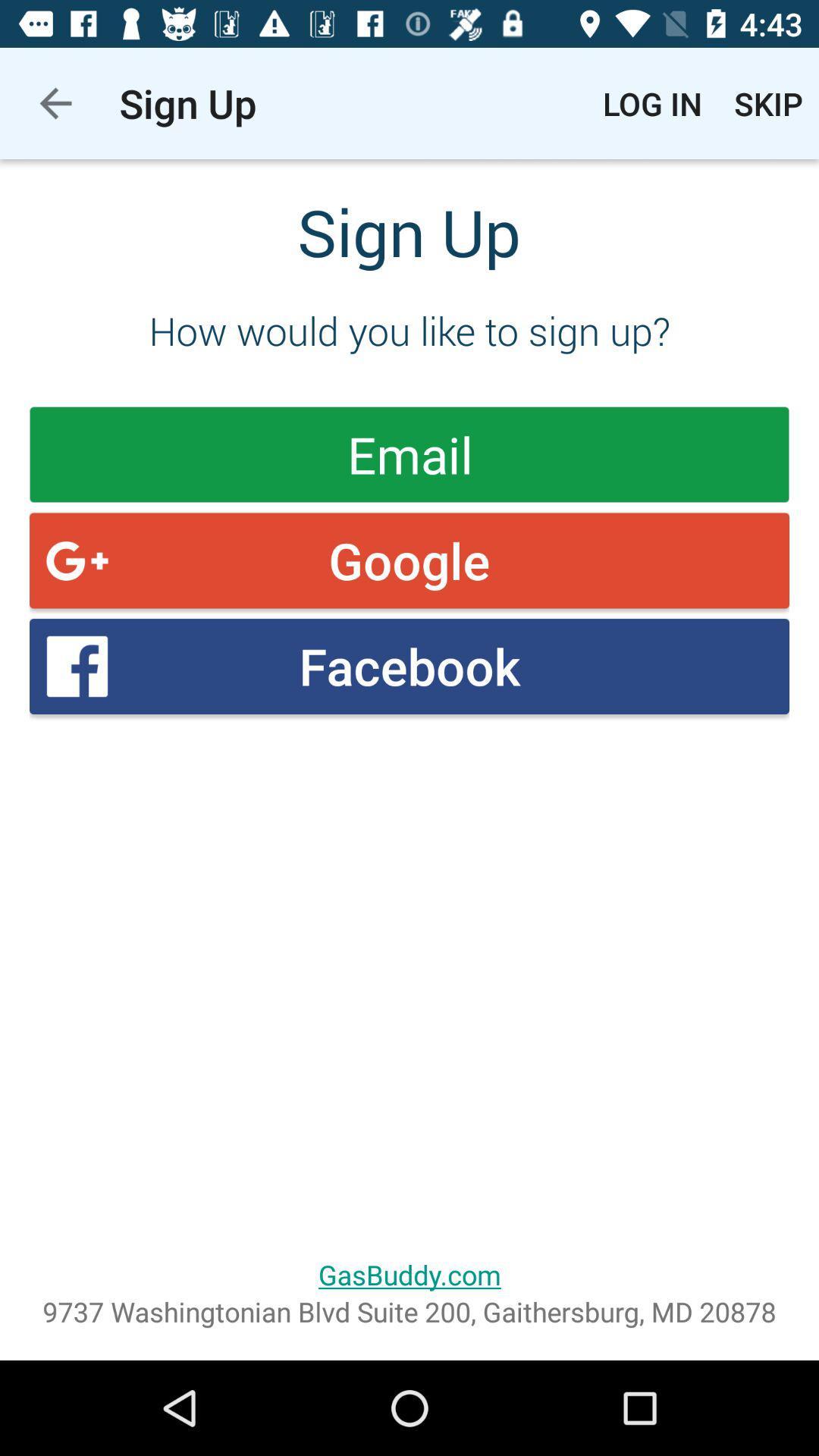  Describe the element at coordinates (651, 102) in the screenshot. I see `log in item` at that location.